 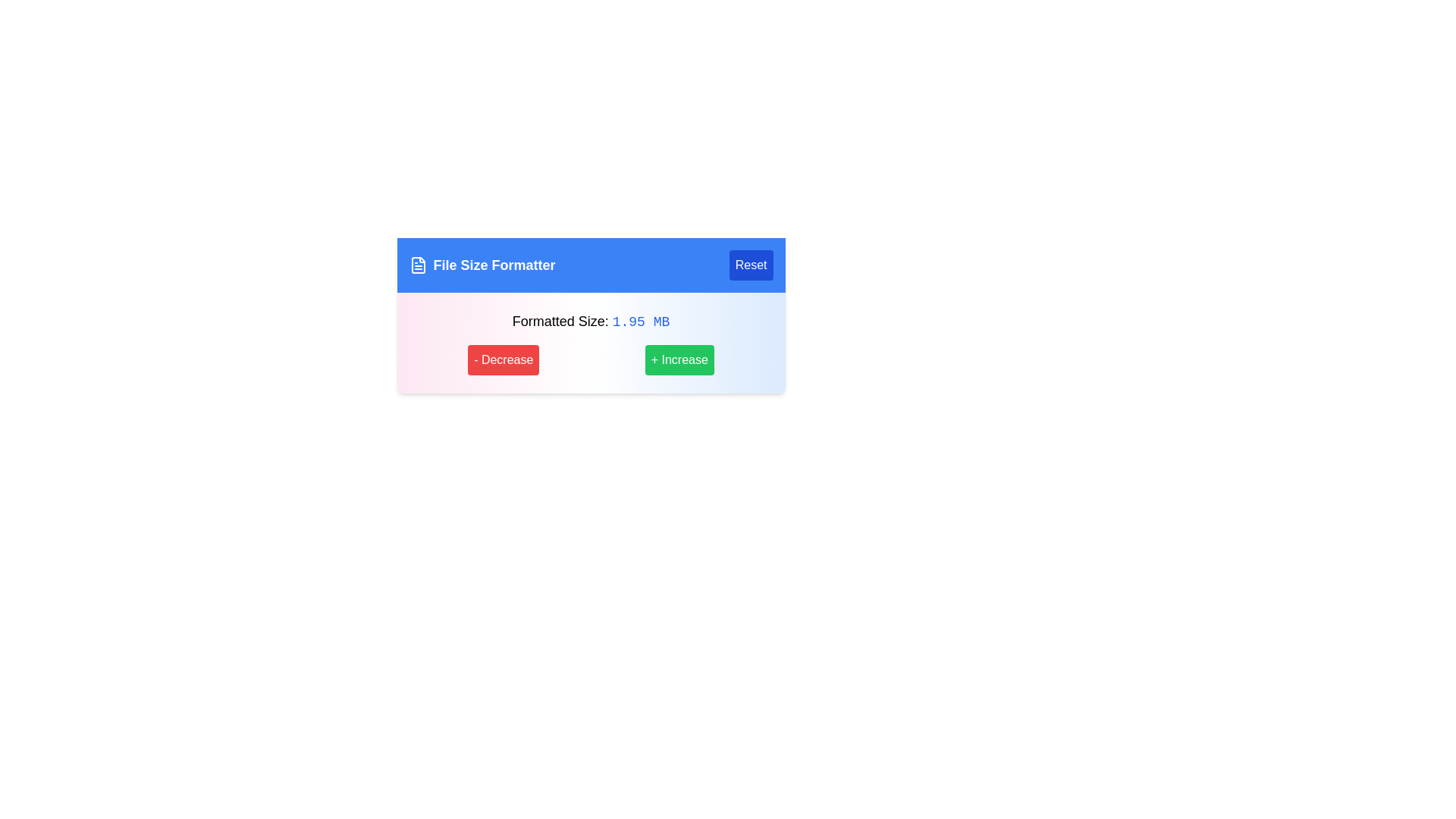 I want to click on formatted size value displayed in the blue, stylized text label located in the center-right part of the sentence, so click(x=641, y=321).